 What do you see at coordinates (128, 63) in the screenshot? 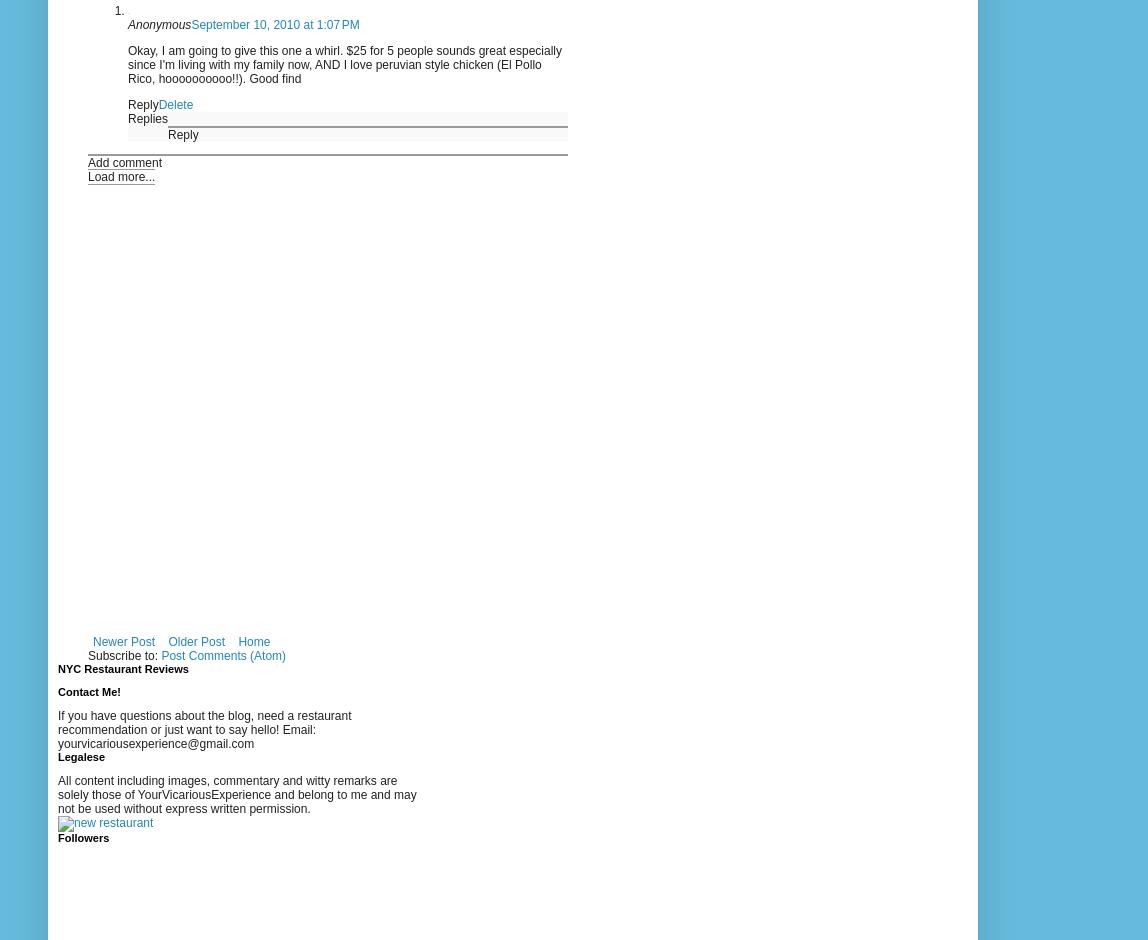
I see `'Okay, I am going to give this one a whirl. $25 for 5 people sounds great especially since I'm living with my family now, AND I love peruvian style chicken (El Pollo Rico, hoooooooooo!!). Good find'` at bounding box center [128, 63].